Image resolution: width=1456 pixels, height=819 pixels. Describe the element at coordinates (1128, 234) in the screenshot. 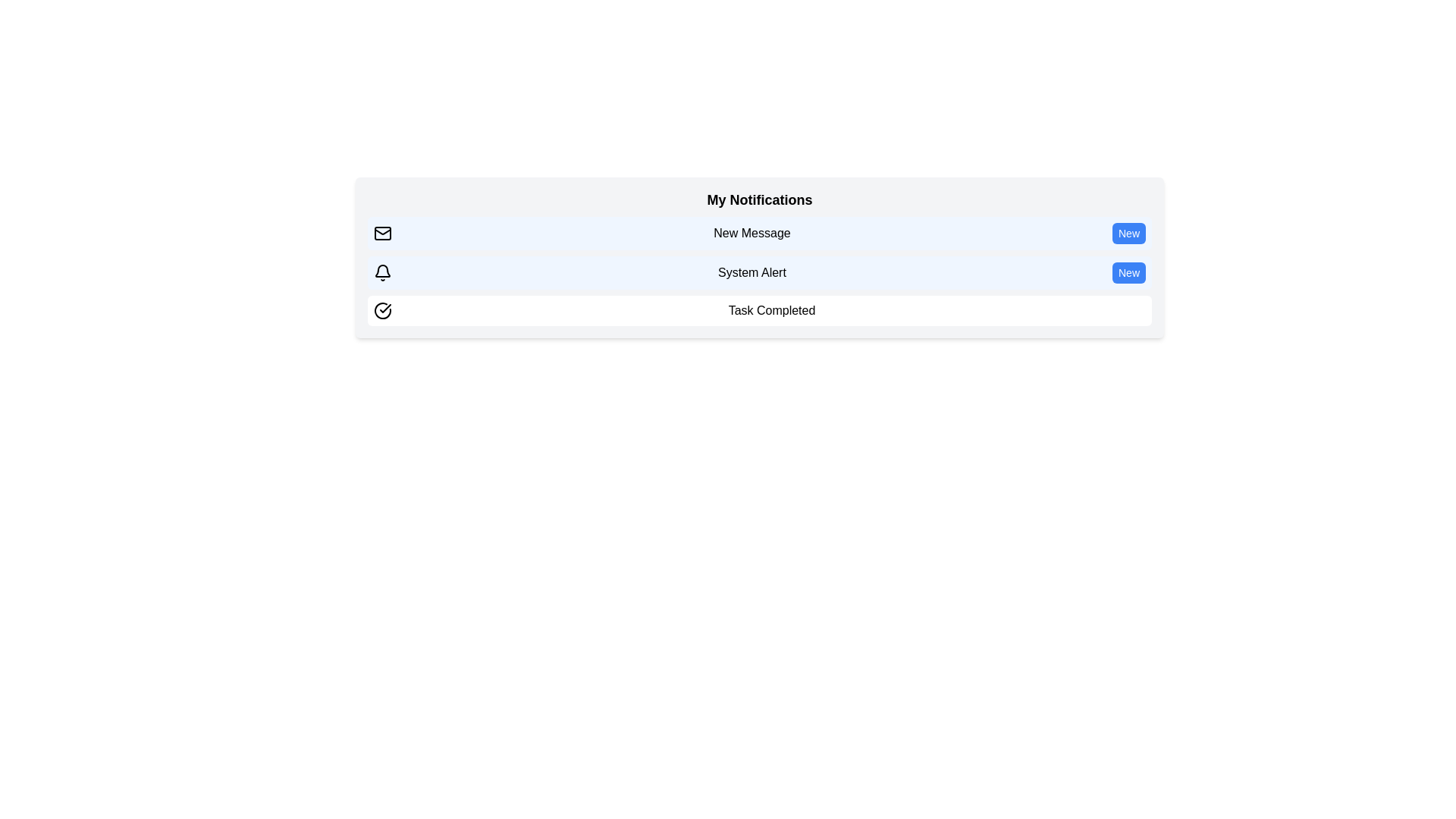

I see `the 'New' label displayed in white font on a blue background, located on the right side of the notification entry` at that location.